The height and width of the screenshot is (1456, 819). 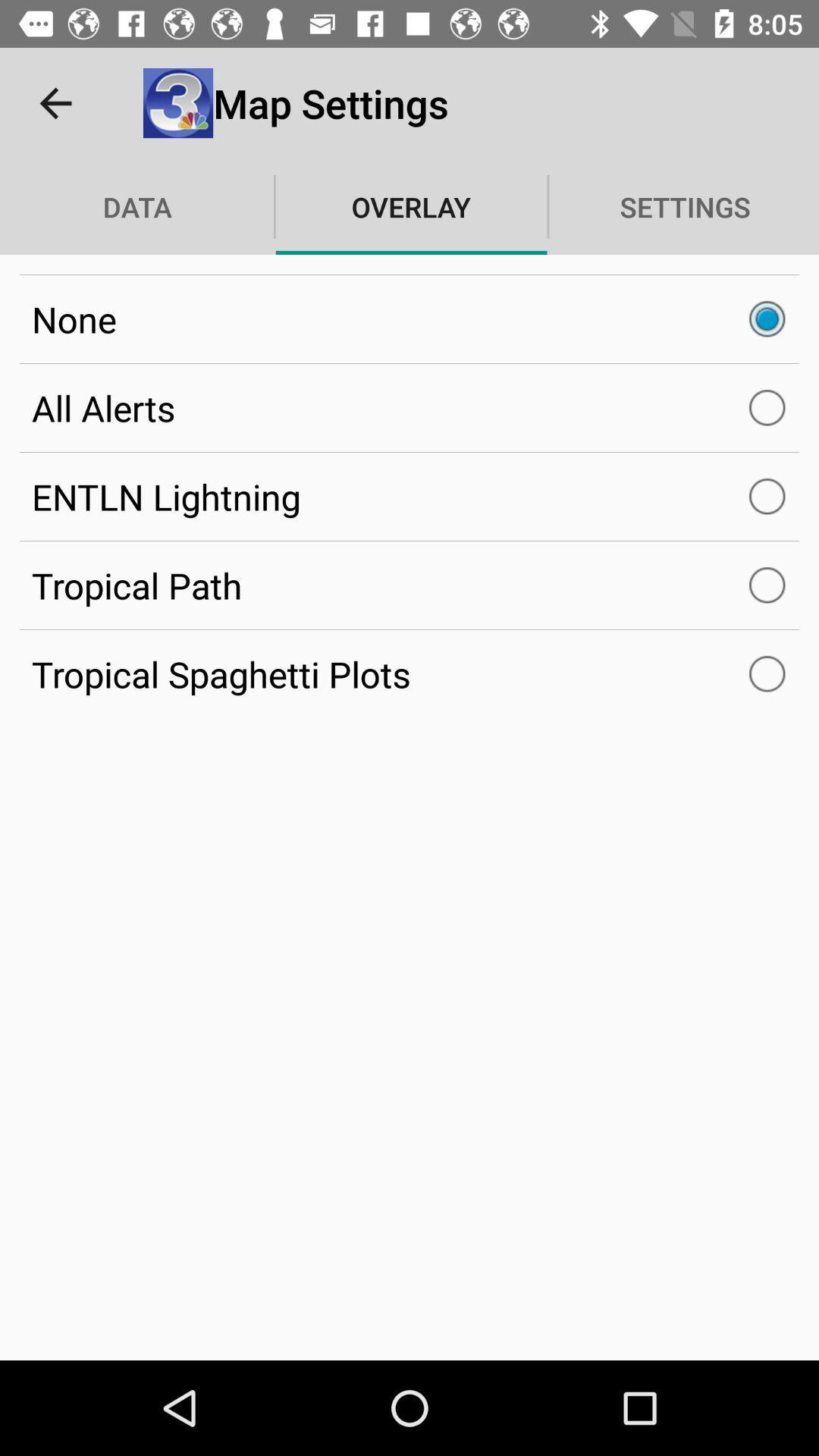 What do you see at coordinates (409, 318) in the screenshot?
I see `the none item` at bounding box center [409, 318].